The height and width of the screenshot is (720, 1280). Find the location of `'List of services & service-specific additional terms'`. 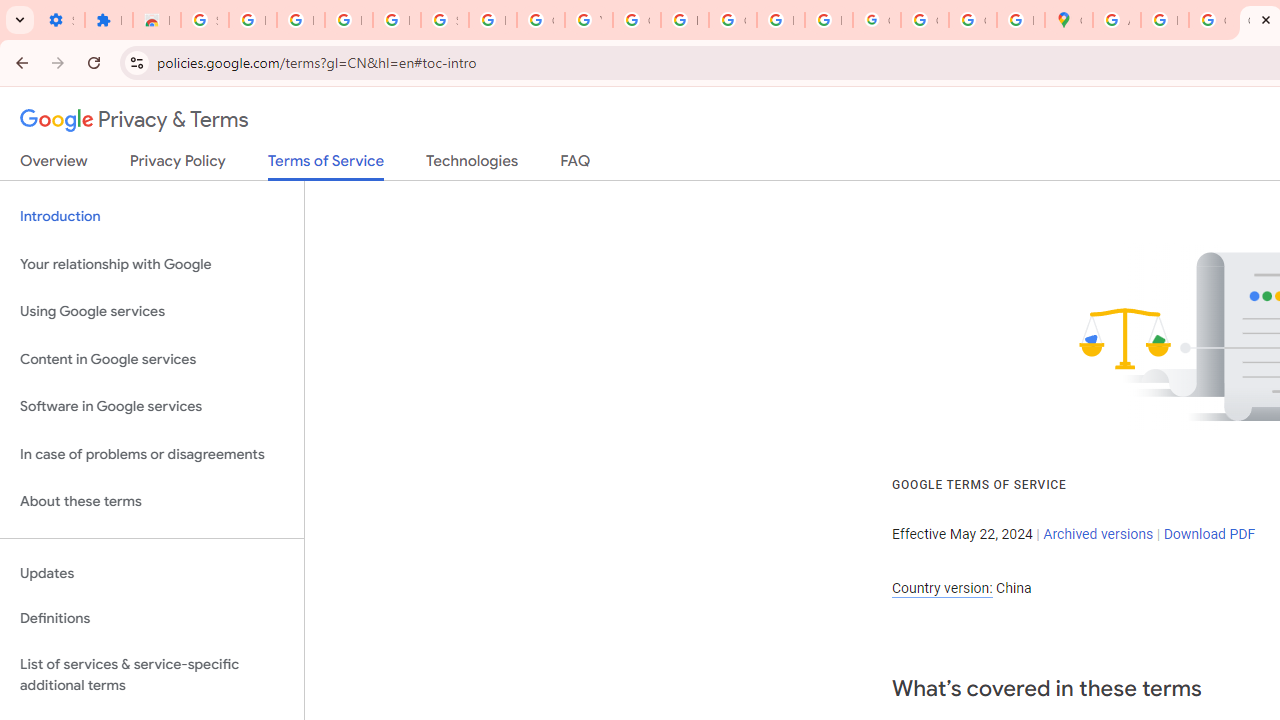

'List of services & service-specific additional terms' is located at coordinates (151, 675).